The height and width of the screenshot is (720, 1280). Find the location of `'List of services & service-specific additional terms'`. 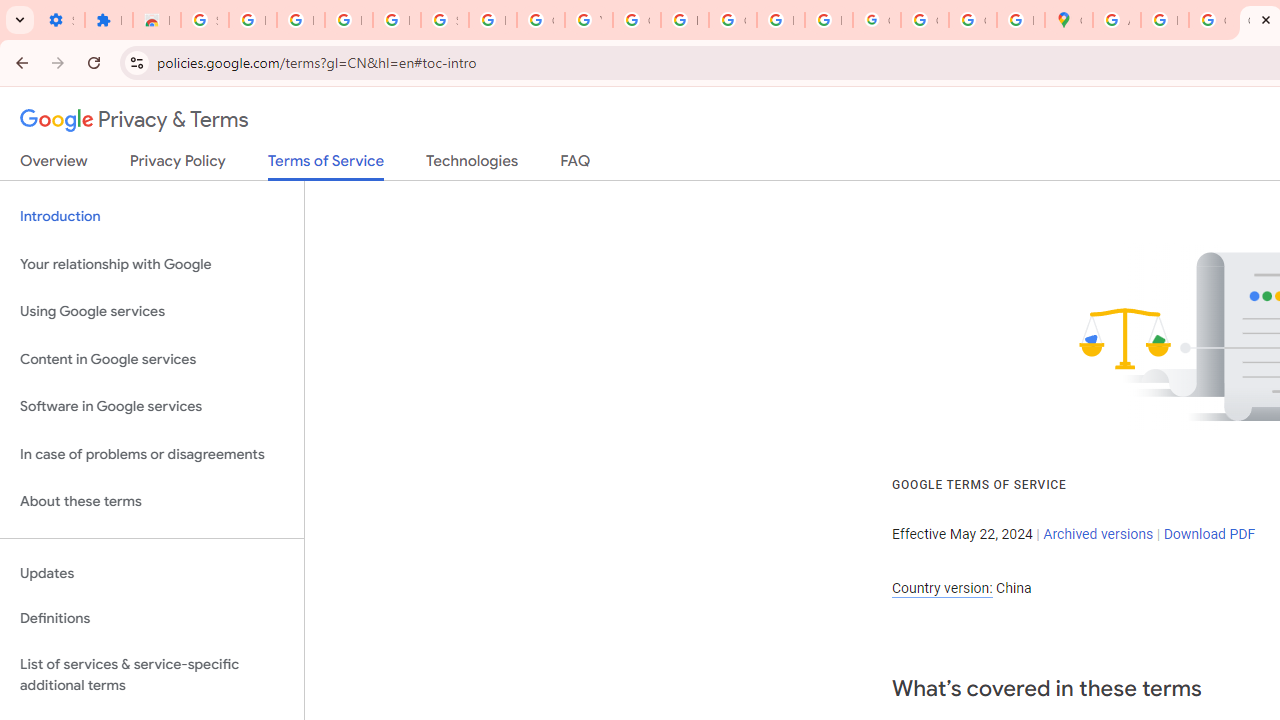

'List of services & service-specific additional terms' is located at coordinates (151, 675).